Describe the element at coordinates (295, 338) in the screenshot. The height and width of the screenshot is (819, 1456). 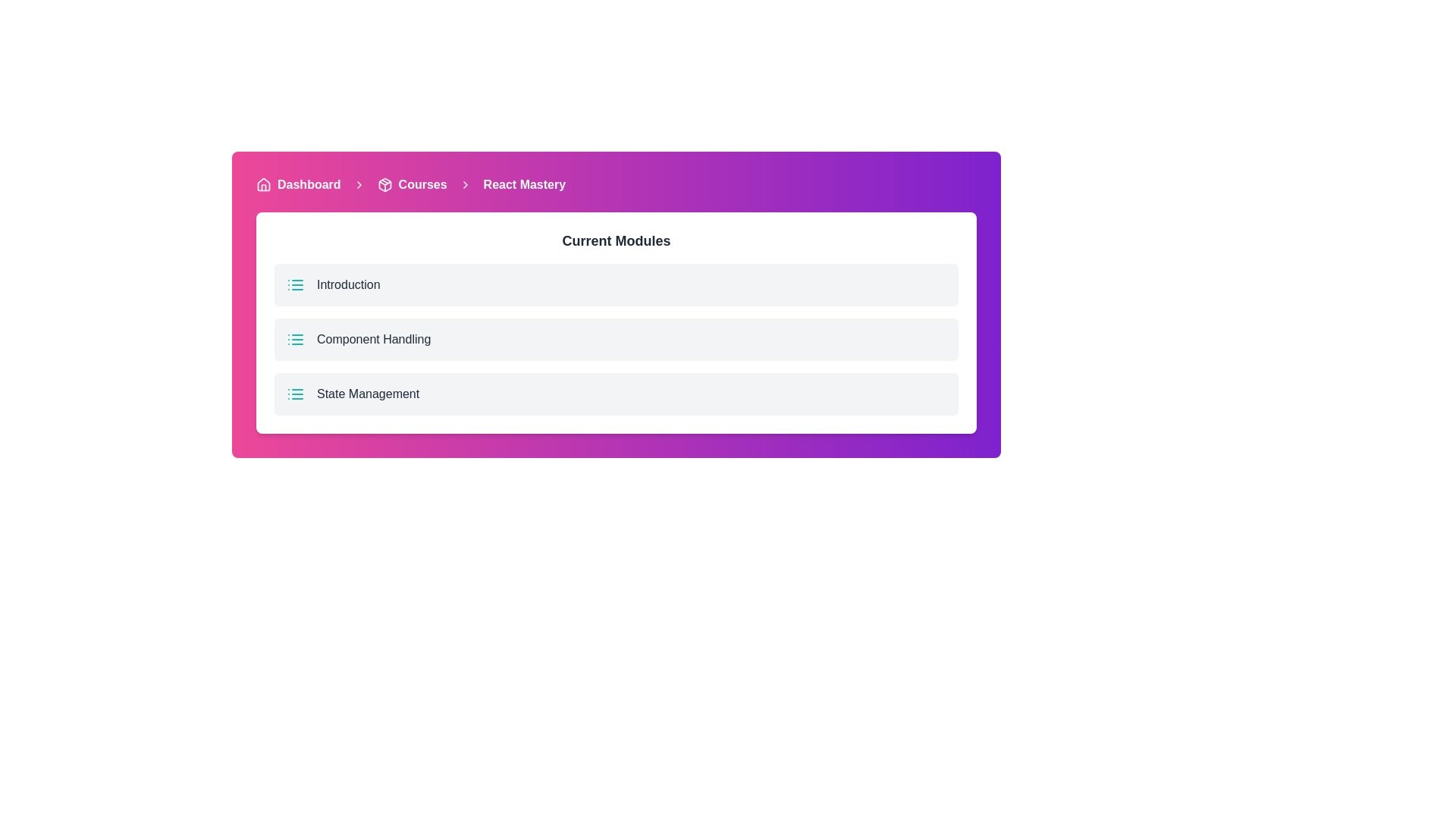
I see `the icon representing a list in the 'Component Handling' module card located in the 'Current Modules' section` at that location.